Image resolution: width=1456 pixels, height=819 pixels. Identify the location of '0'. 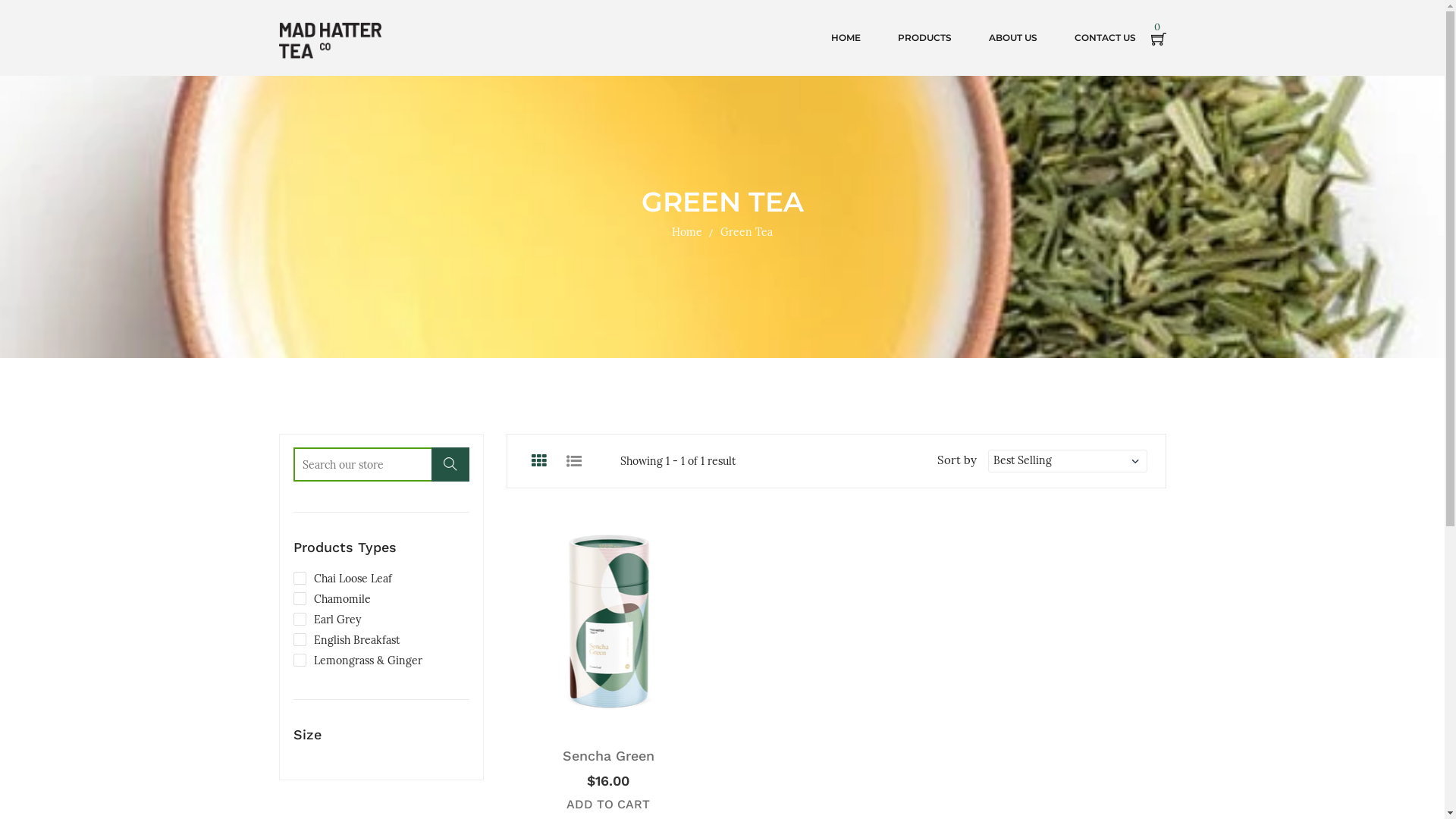
(1157, 37).